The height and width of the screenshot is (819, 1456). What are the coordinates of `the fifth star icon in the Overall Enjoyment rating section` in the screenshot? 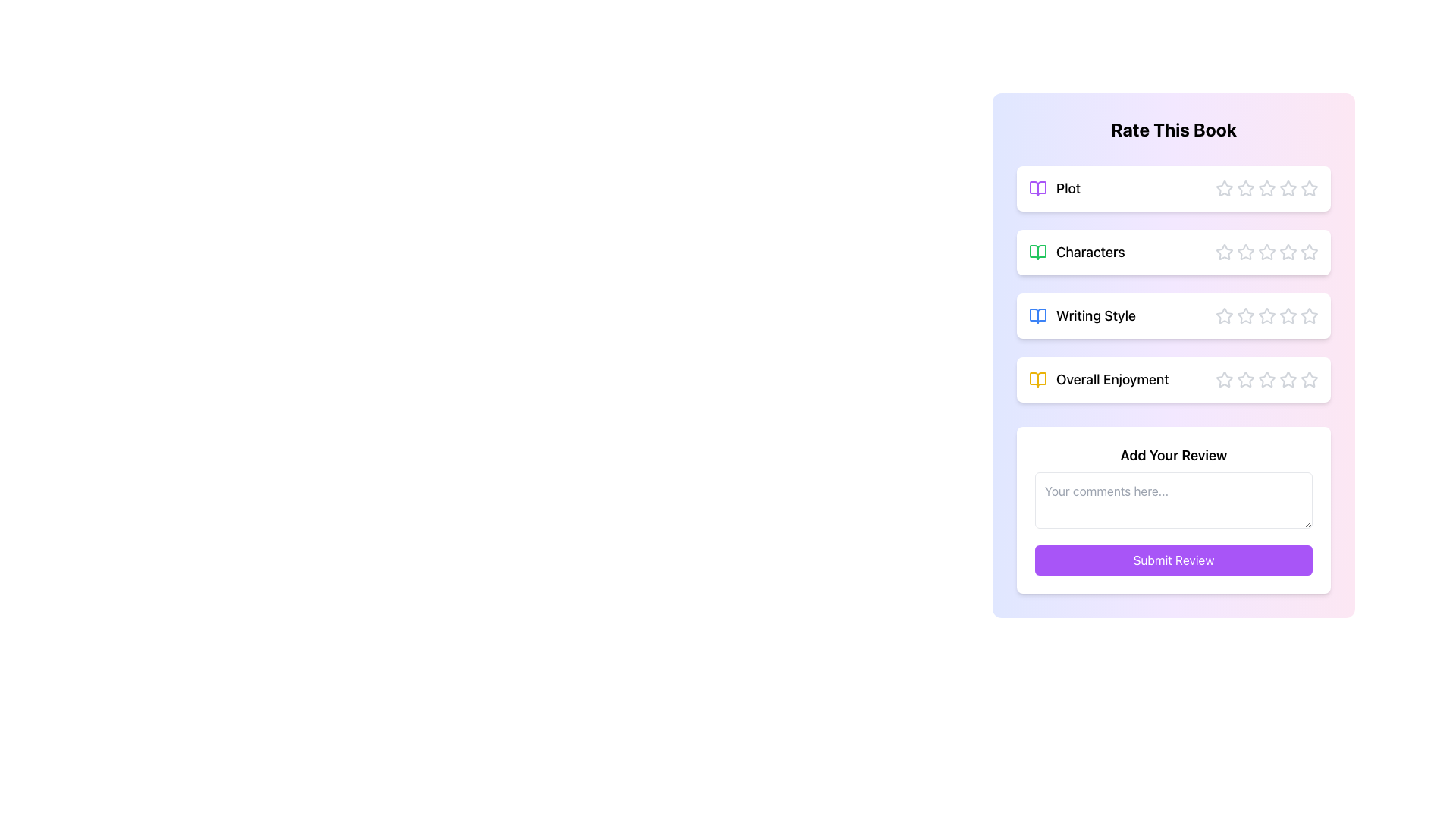 It's located at (1288, 378).